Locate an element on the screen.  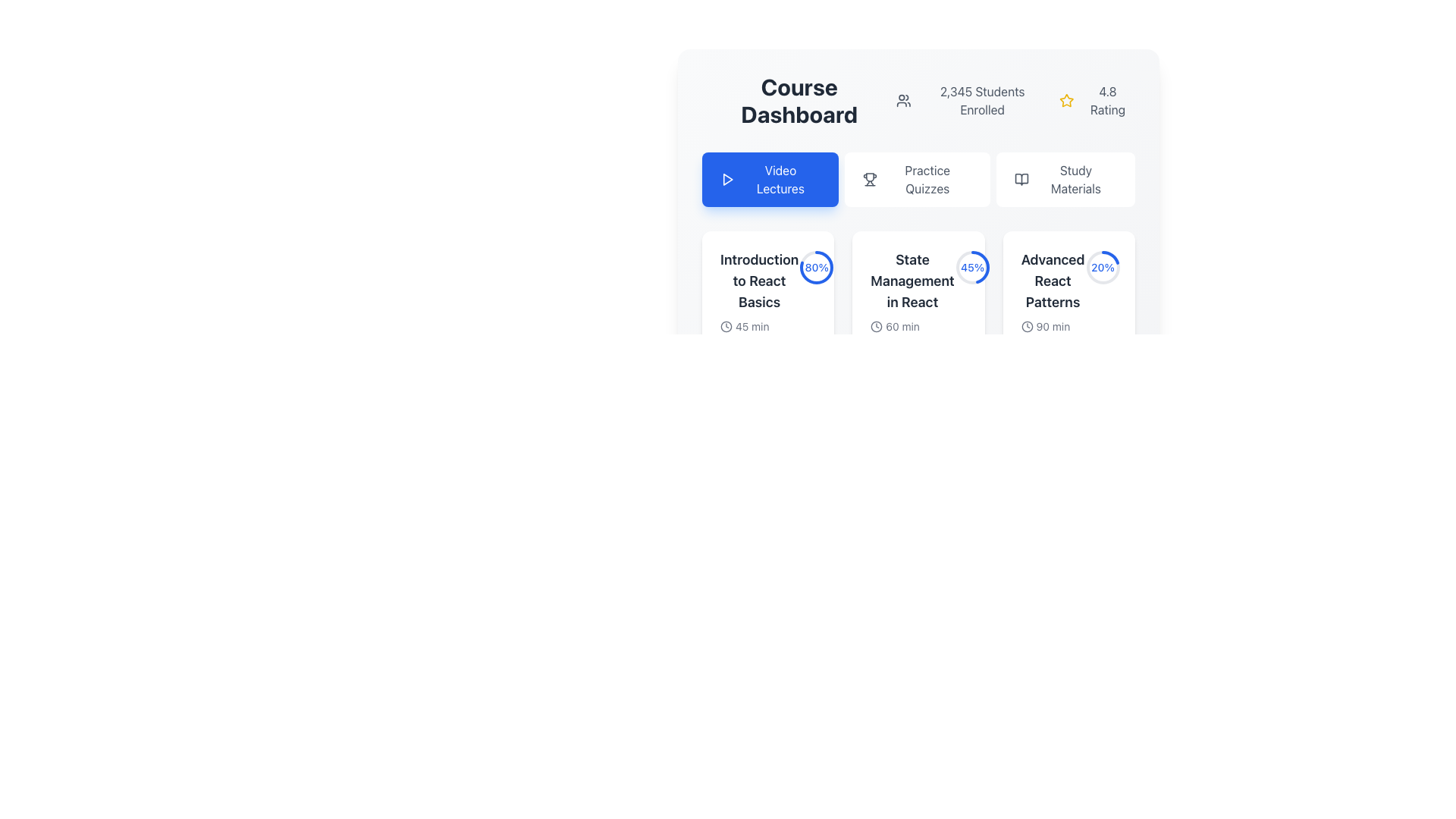
the Informational Card titled 'State Management in React', which is the second course card in the 'Video Lectures' section is located at coordinates (918, 302).